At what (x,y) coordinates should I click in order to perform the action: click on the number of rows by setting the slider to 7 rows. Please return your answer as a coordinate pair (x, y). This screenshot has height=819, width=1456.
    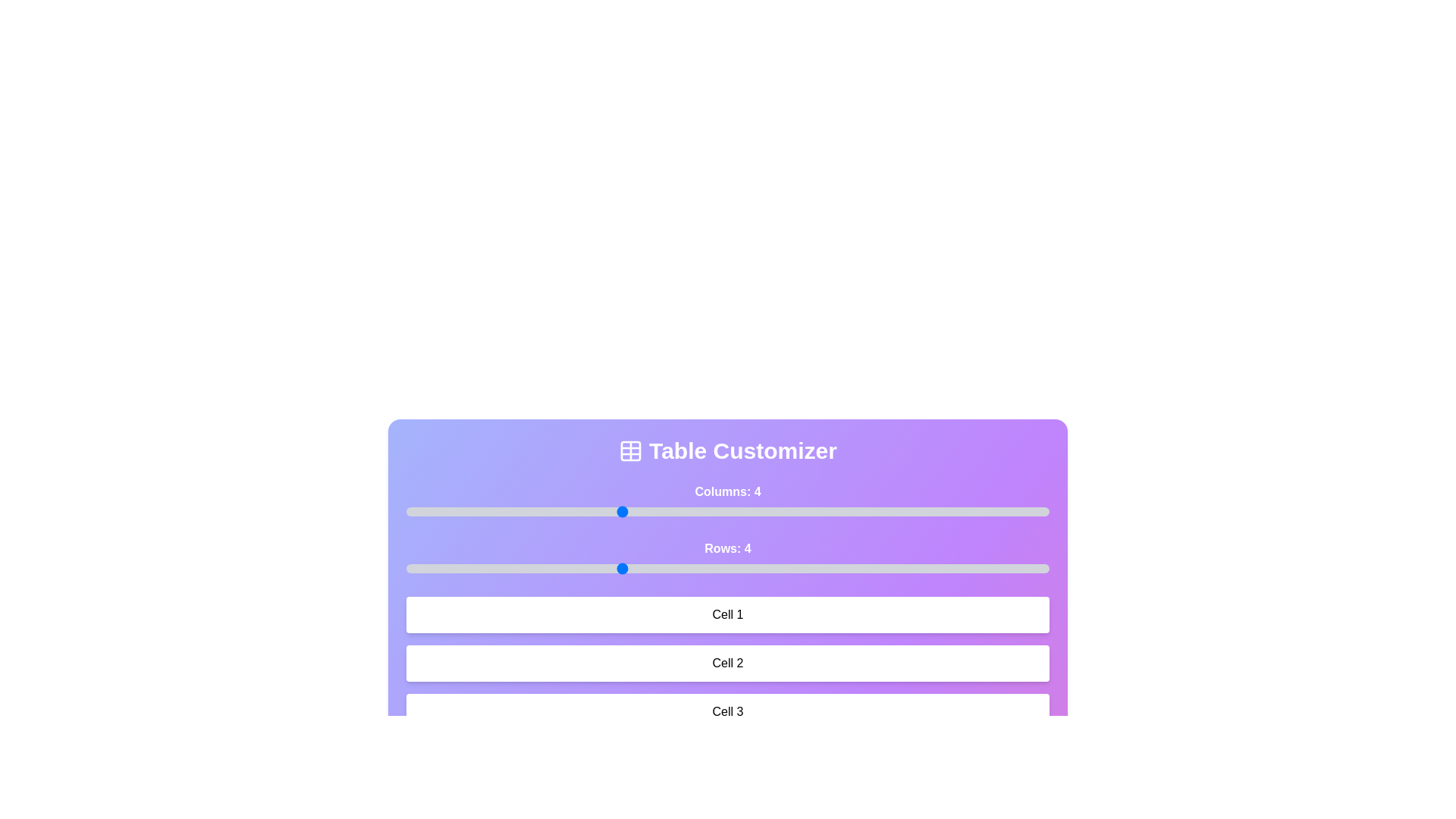
    Looking at the image, I should click on (941, 568).